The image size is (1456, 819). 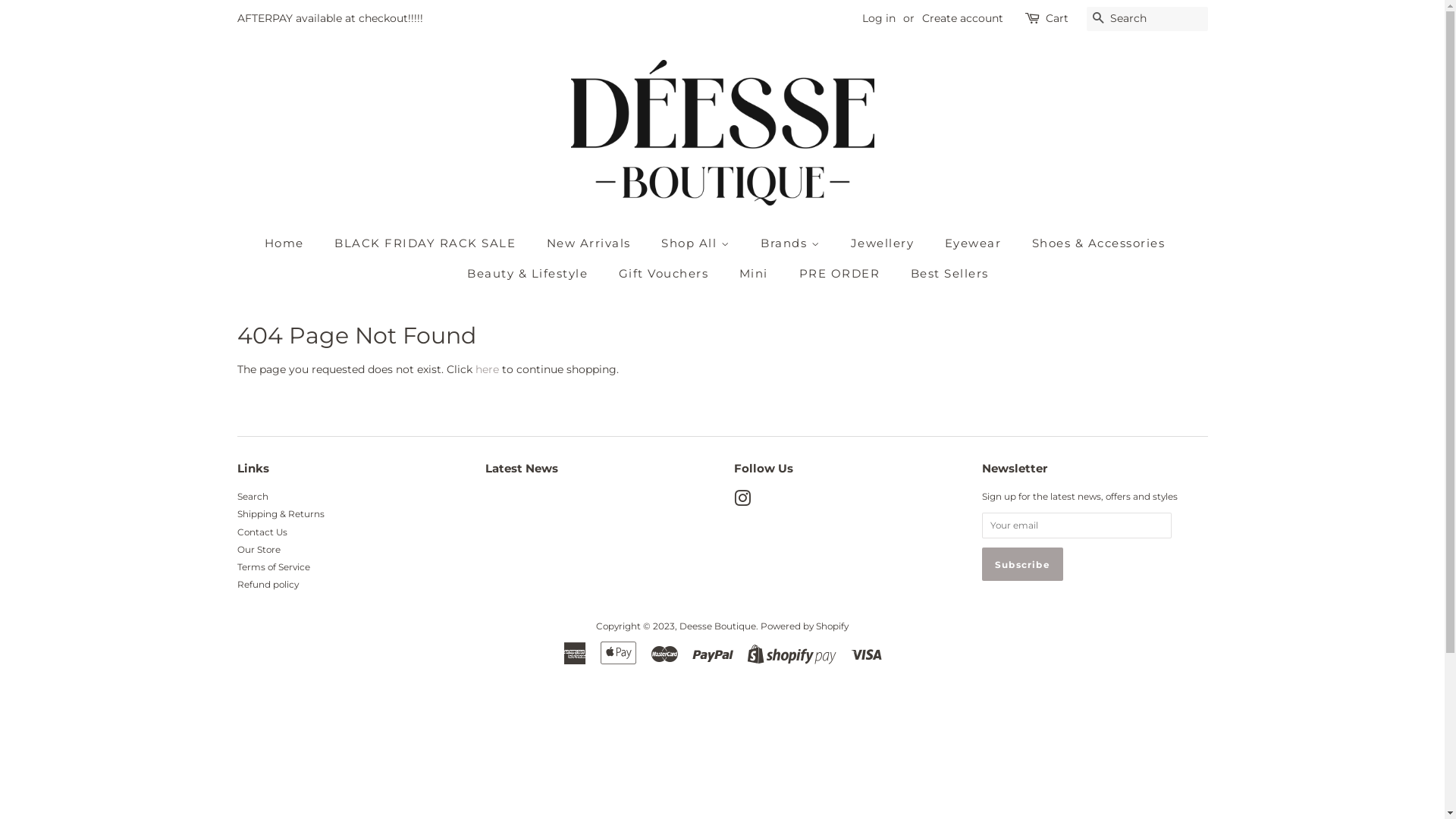 What do you see at coordinates (1022, 564) in the screenshot?
I see `'Subscribe'` at bounding box center [1022, 564].